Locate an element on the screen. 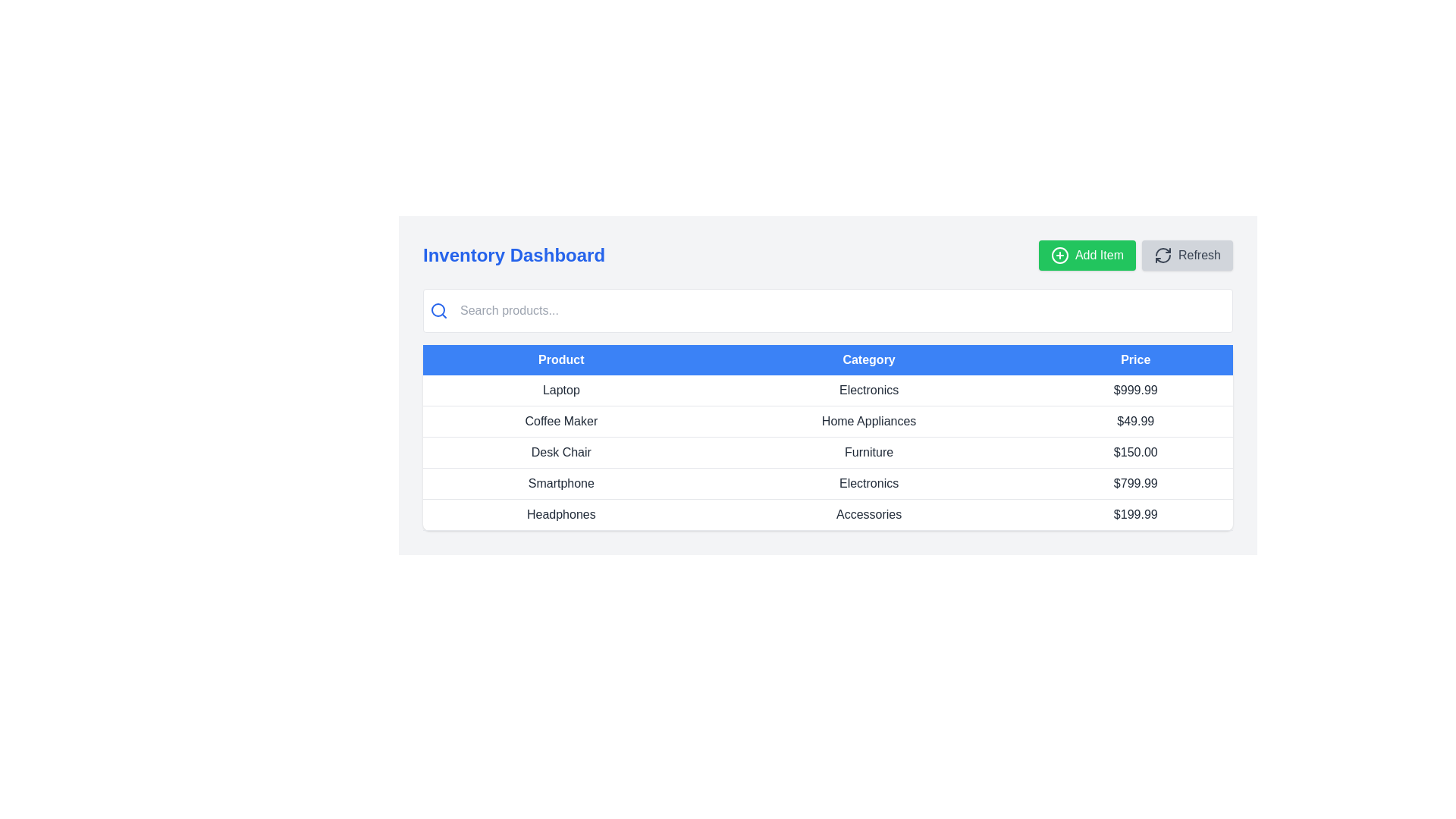  the 'Headphones' label in the 'Product' column located in the fifth row of the table is located at coordinates (560, 513).